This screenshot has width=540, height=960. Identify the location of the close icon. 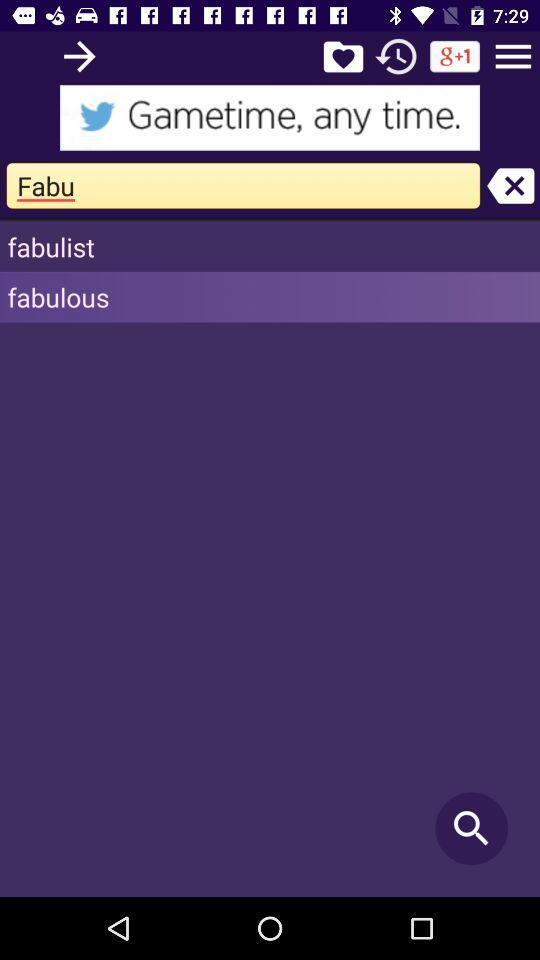
(510, 185).